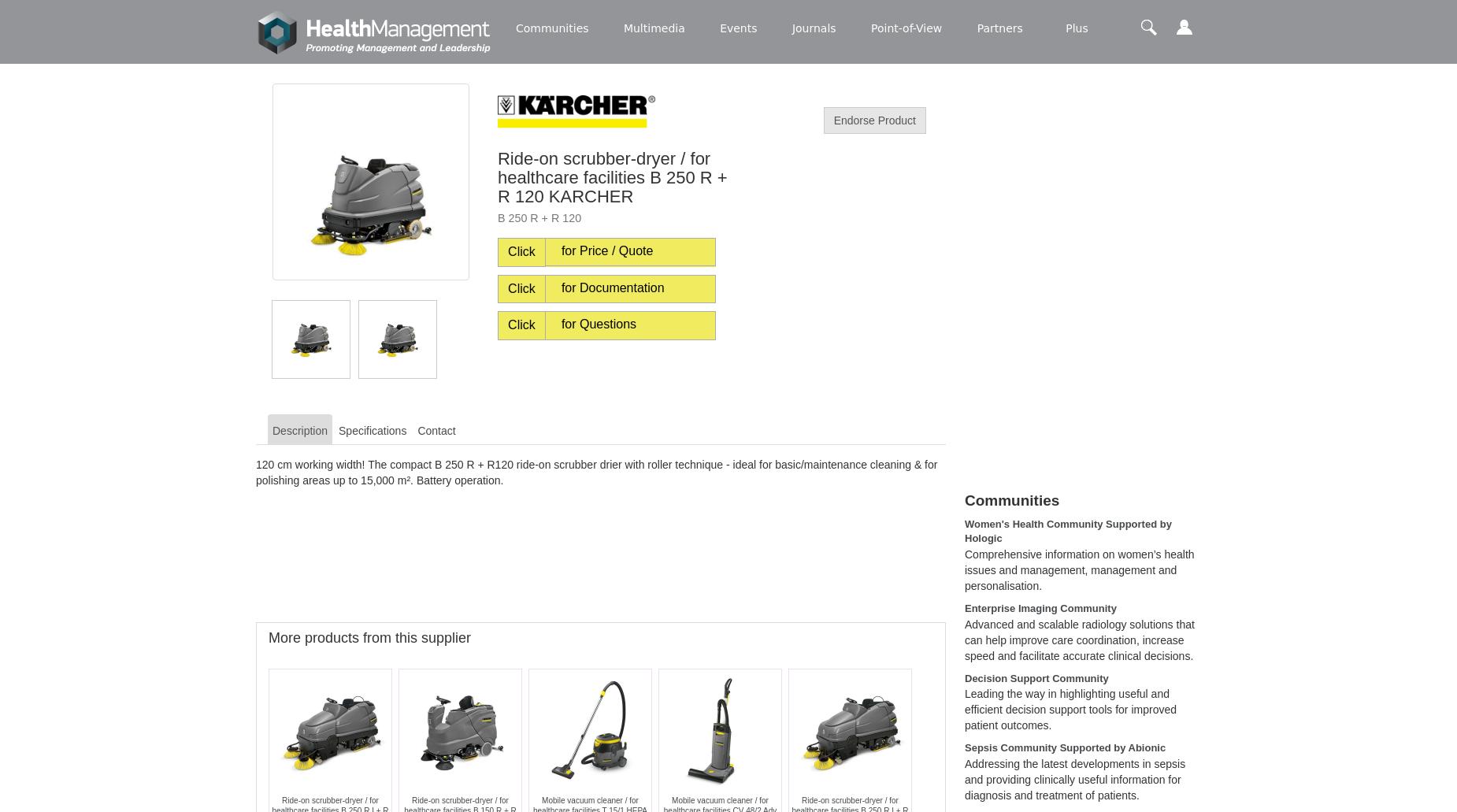 This screenshot has height=812, width=1457. I want to click on 'Sepsis Community Supported by Abionic', so click(1064, 747).